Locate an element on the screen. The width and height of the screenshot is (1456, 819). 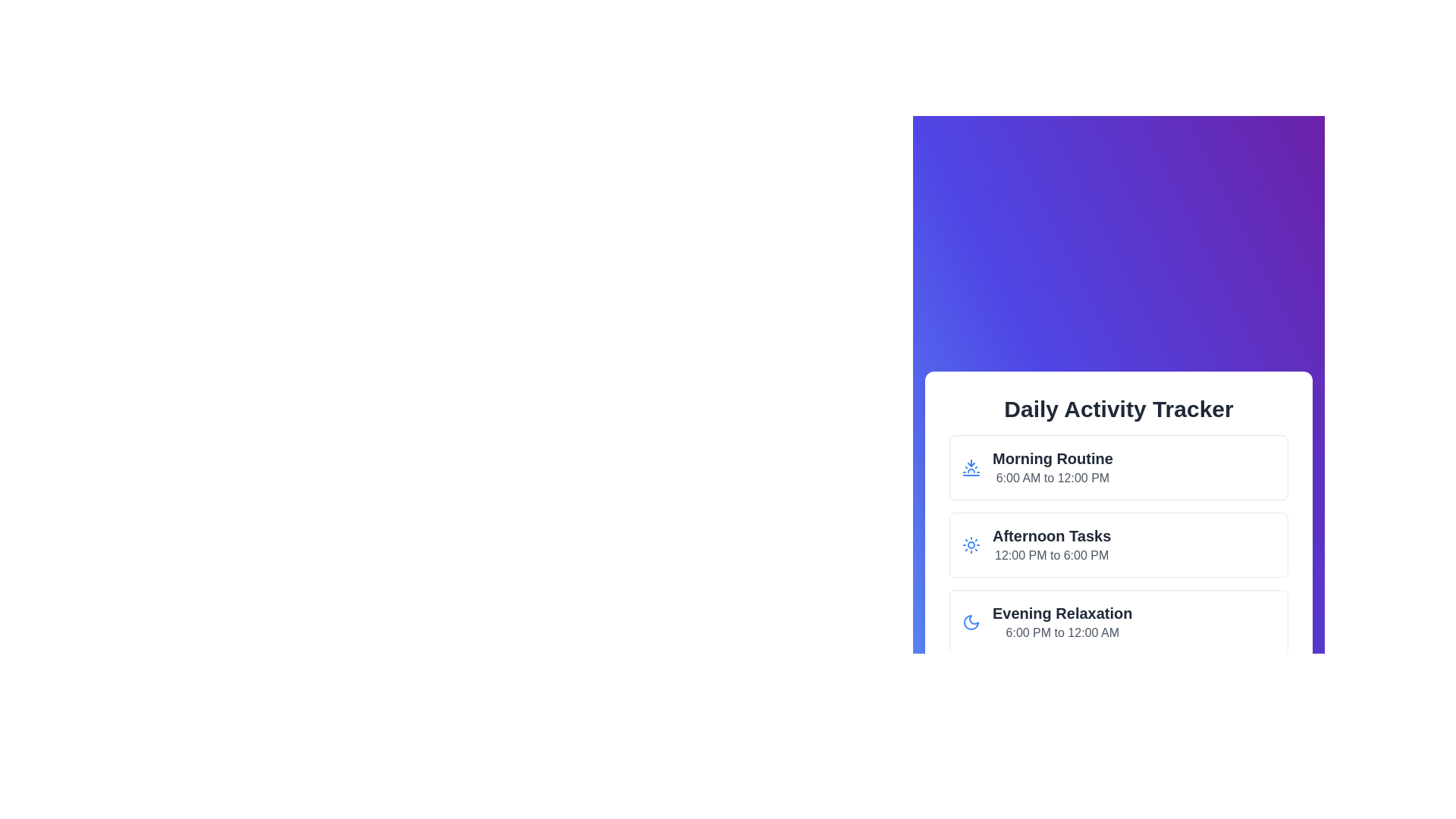
the 'Afternoon Tasks' text block, which is a two-line text element located is located at coordinates (1051, 544).